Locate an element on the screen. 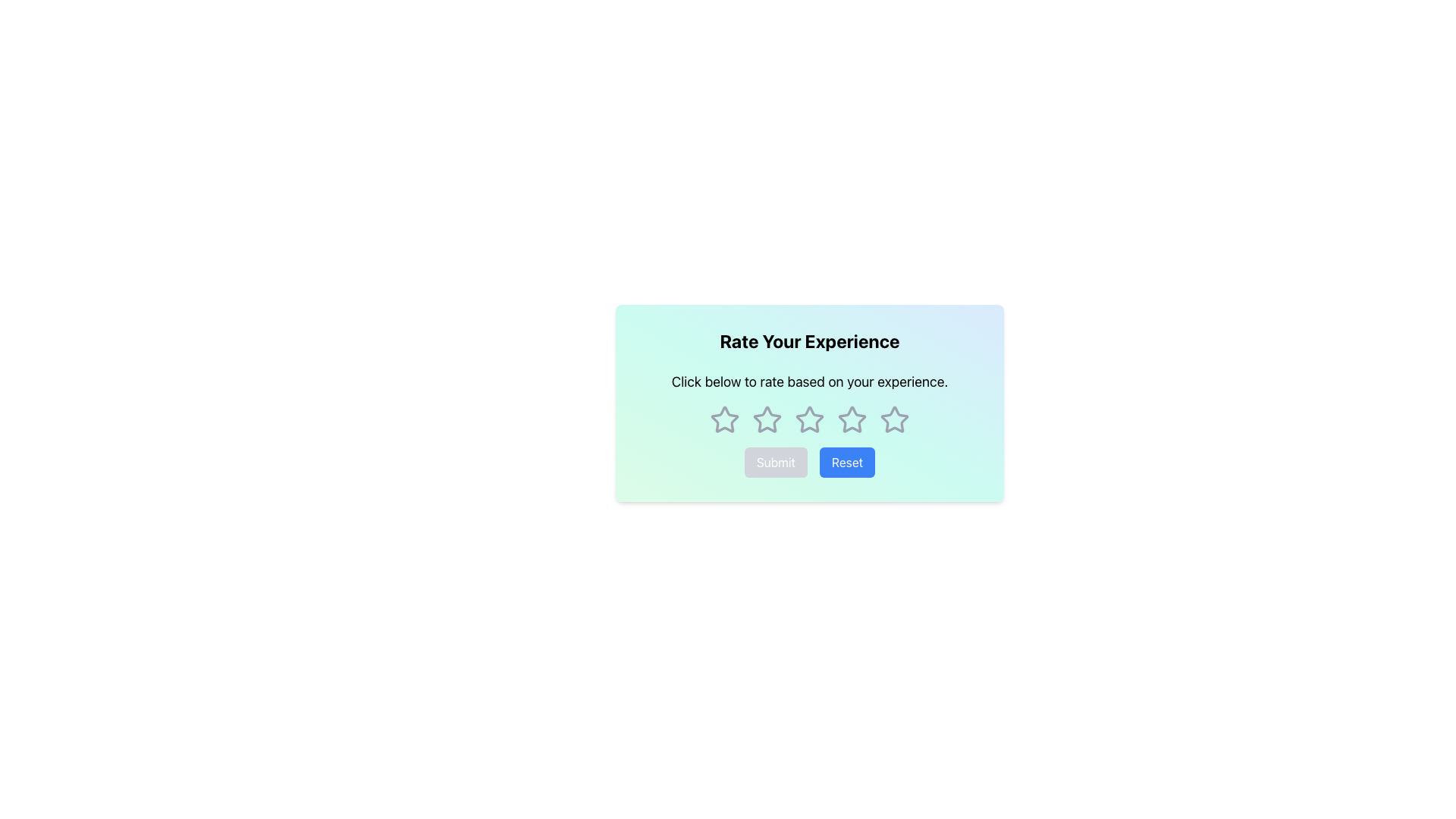 The image size is (1456, 819). the static text heading that serves as the title of the section, which is positioned at the top of a centered card layout is located at coordinates (809, 341).